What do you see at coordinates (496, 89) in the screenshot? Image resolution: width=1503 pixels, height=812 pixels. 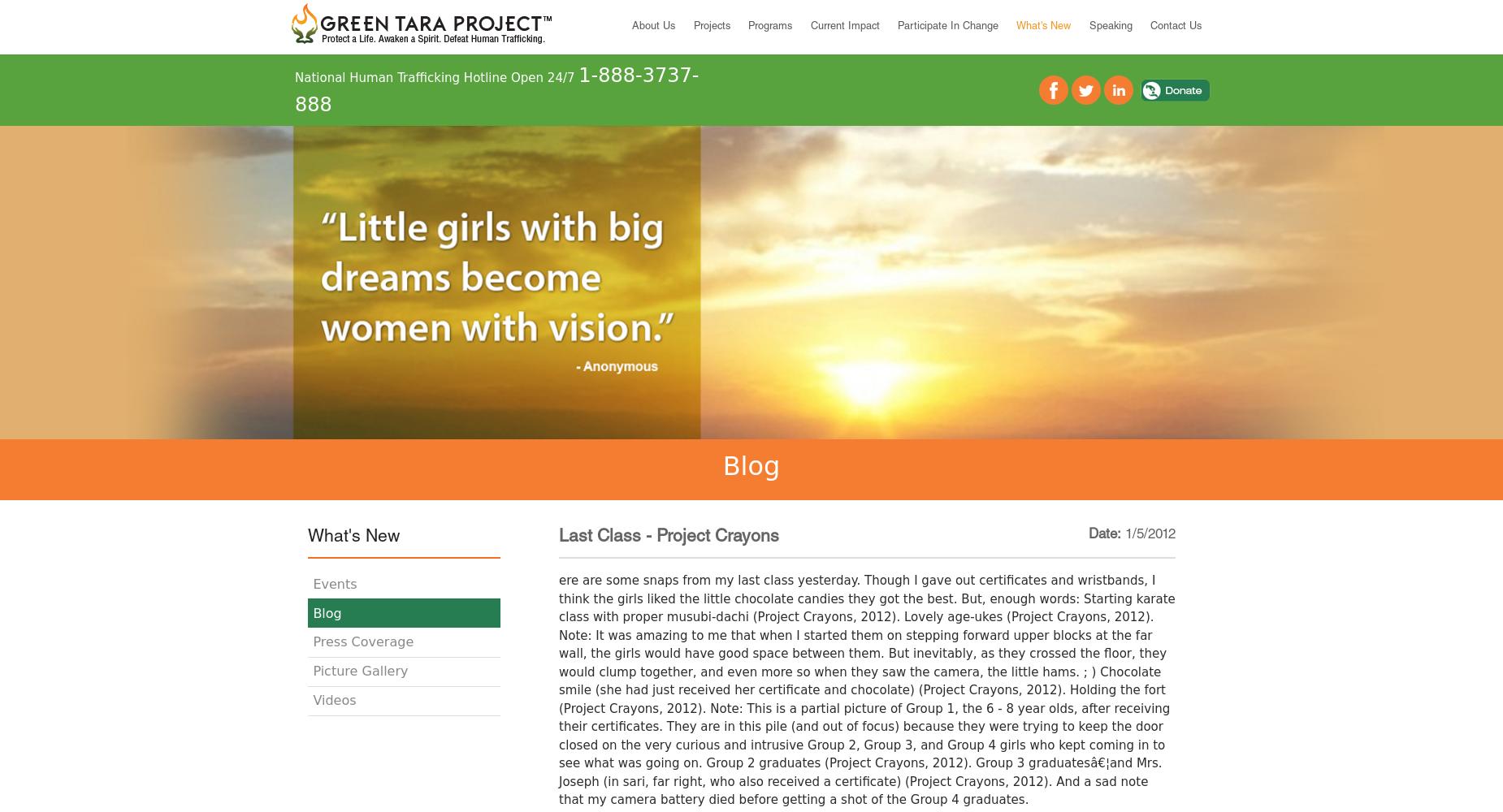 I see `'1-888-3737-888'` at bounding box center [496, 89].